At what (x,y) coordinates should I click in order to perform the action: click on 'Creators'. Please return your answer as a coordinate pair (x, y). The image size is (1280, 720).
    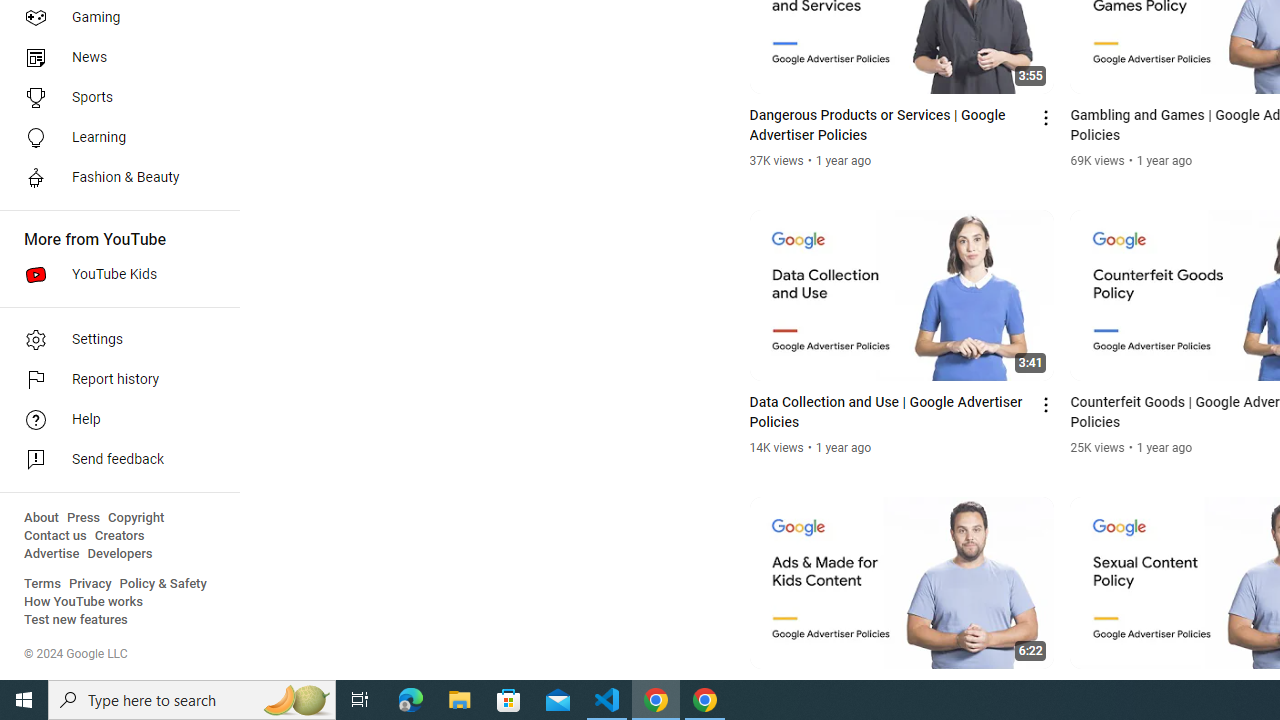
    Looking at the image, I should click on (118, 535).